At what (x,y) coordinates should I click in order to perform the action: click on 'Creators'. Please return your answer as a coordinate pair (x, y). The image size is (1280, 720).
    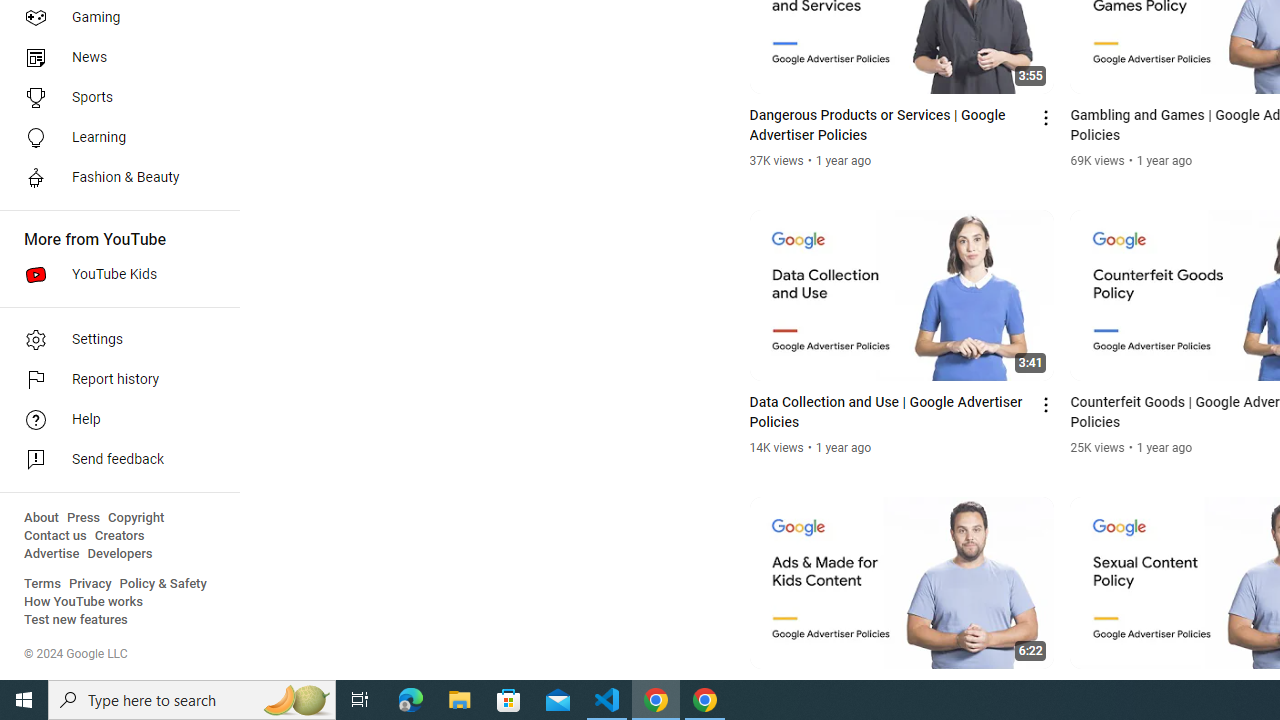
    Looking at the image, I should click on (118, 535).